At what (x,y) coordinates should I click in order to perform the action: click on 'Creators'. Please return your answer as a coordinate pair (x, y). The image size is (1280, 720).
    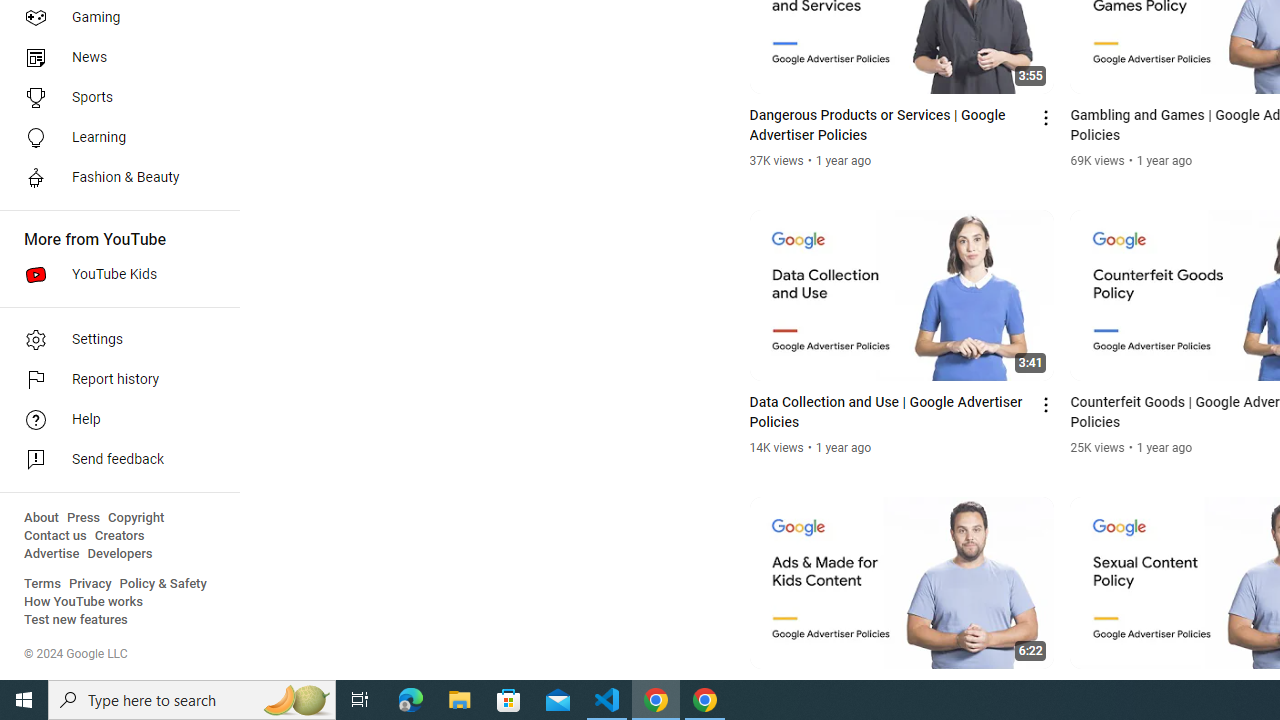
    Looking at the image, I should click on (118, 535).